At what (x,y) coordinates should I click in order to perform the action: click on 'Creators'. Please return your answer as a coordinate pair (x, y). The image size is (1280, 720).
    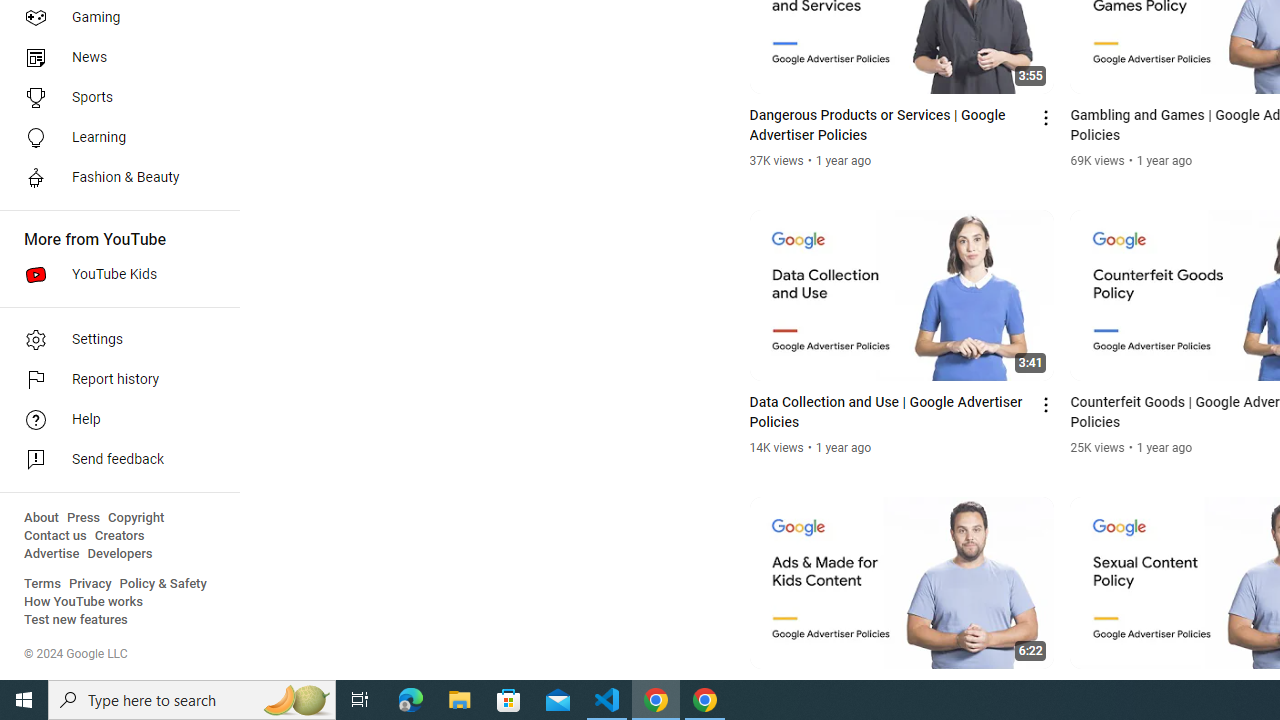
    Looking at the image, I should click on (118, 535).